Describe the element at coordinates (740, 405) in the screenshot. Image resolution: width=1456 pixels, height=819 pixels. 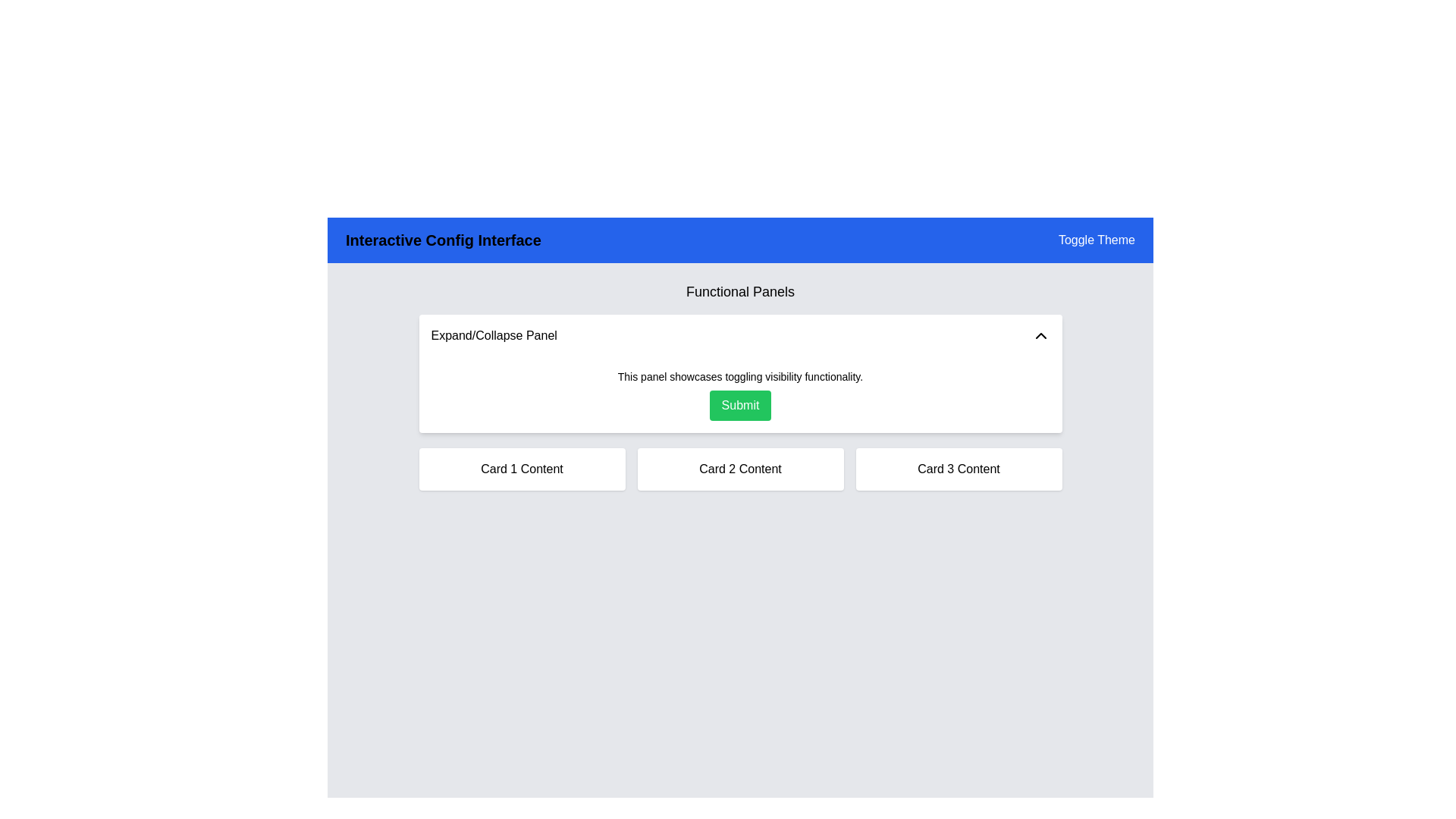
I see `the 'Submit' button with bold white text on a bright green background, located in the panel below the text 'This panel showcases toggling visibility functionality.'` at that location.